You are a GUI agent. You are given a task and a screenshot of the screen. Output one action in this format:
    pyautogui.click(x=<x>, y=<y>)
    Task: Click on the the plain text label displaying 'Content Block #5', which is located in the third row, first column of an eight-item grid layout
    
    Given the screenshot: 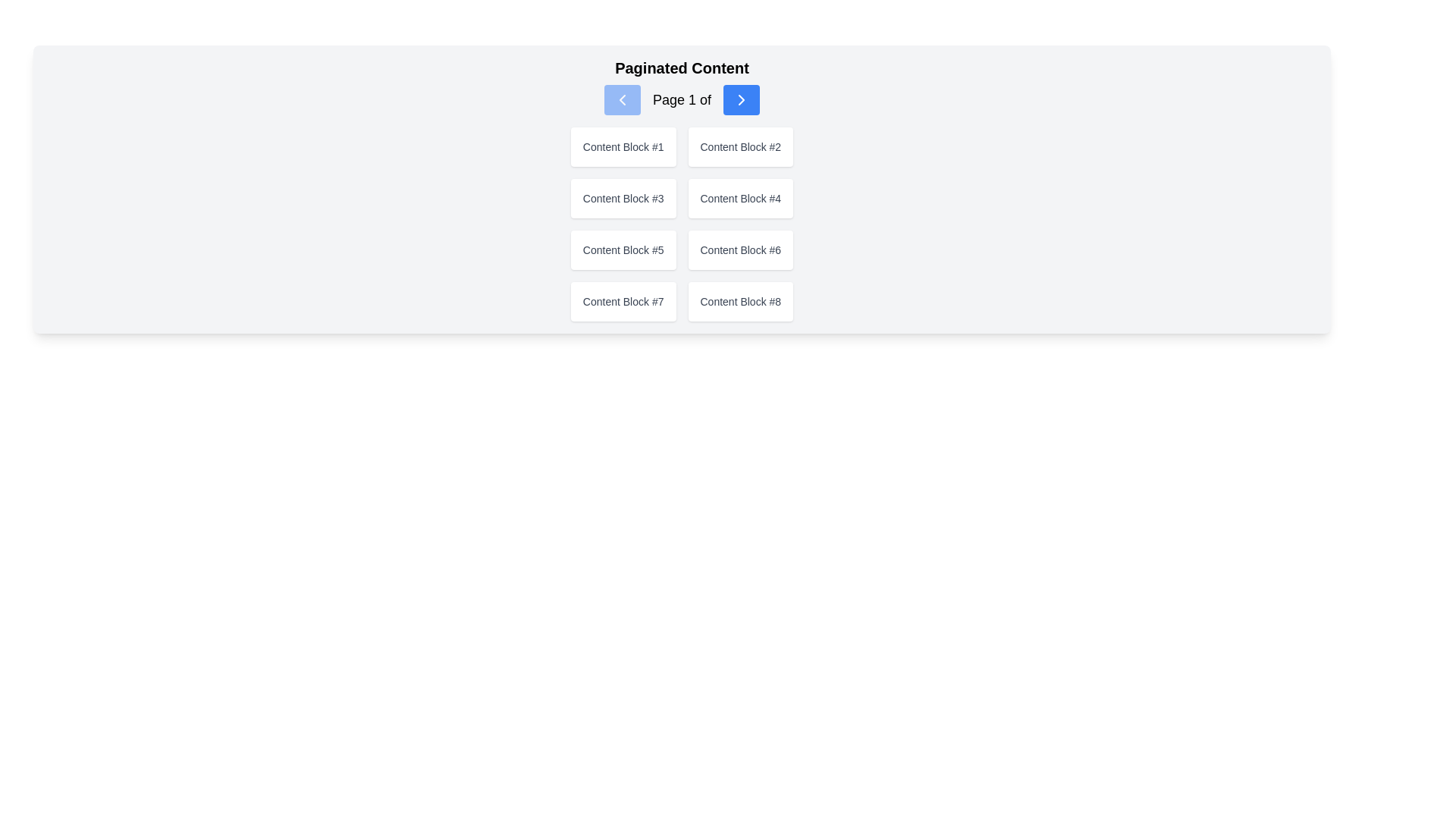 What is the action you would take?
    pyautogui.click(x=623, y=249)
    